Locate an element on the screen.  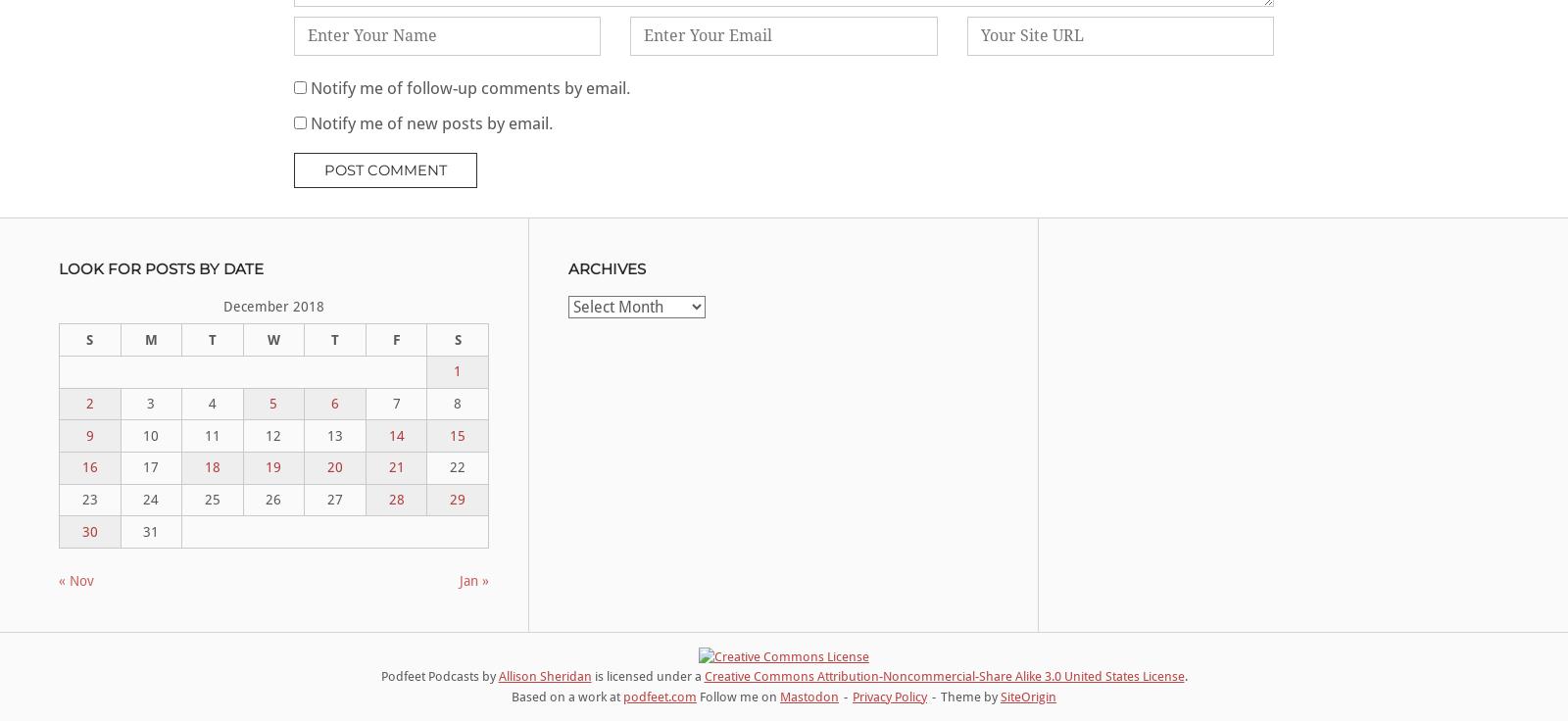
'22' is located at coordinates (449, 466).